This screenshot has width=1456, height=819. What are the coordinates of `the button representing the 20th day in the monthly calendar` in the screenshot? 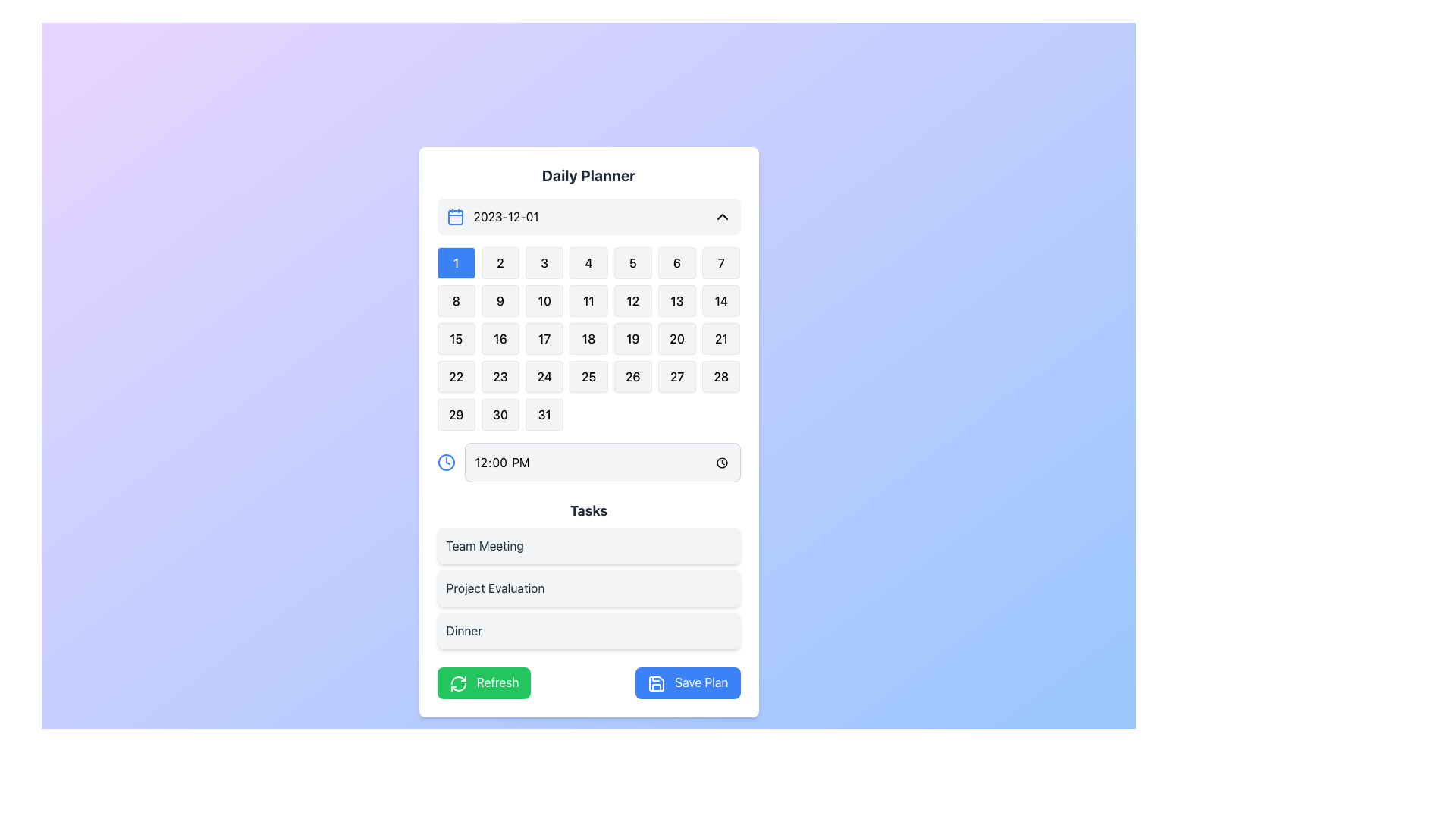 It's located at (676, 338).